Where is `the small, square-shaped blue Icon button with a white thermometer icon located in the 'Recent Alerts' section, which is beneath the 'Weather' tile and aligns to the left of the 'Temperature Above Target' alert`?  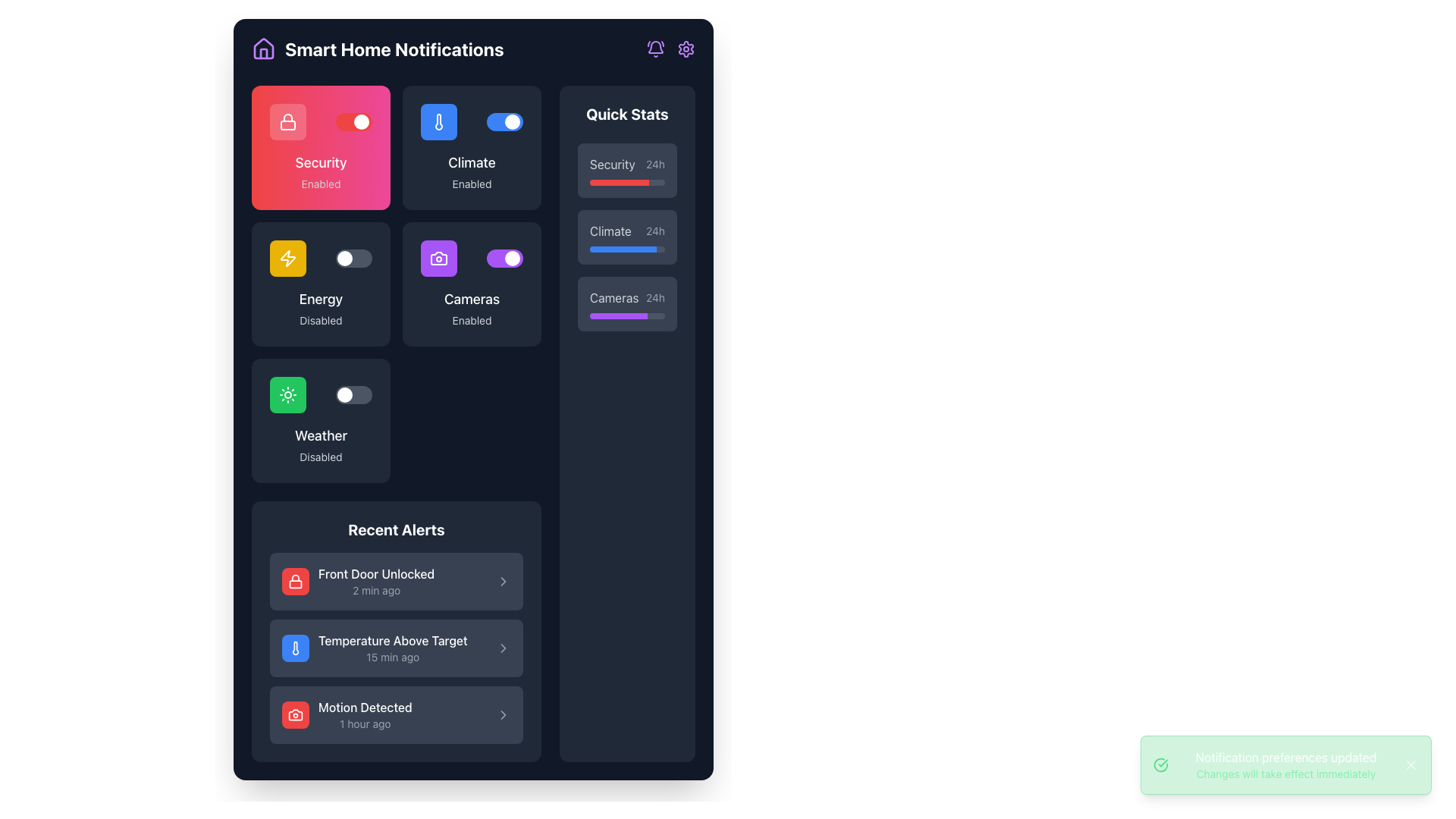
the small, square-shaped blue Icon button with a white thermometer icon located in the 'Recent Alerts' section, which is beneath the 'Weather' tile and aligns to the left of the 'Temperature Above Target' alert is located at coordinates (295, 648).